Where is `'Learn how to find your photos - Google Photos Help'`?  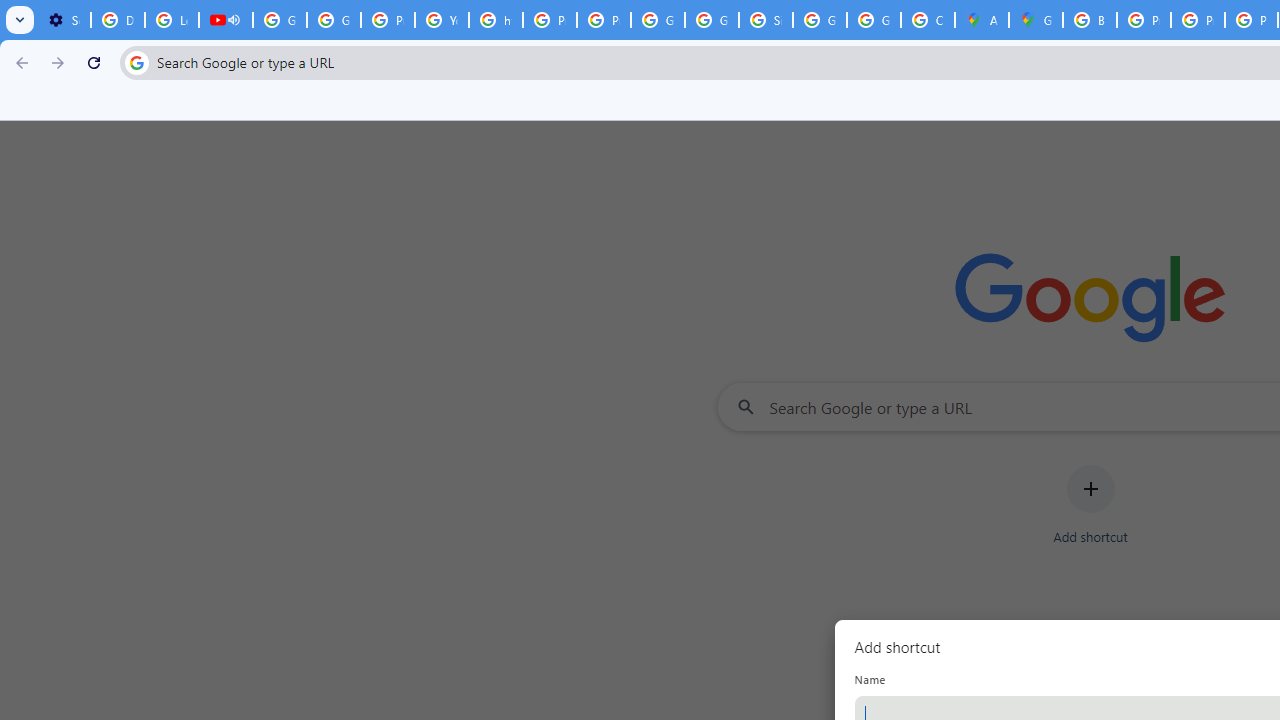 'Learn how to find your photos - Google Photos Help' is located at coordinates (171, 20).